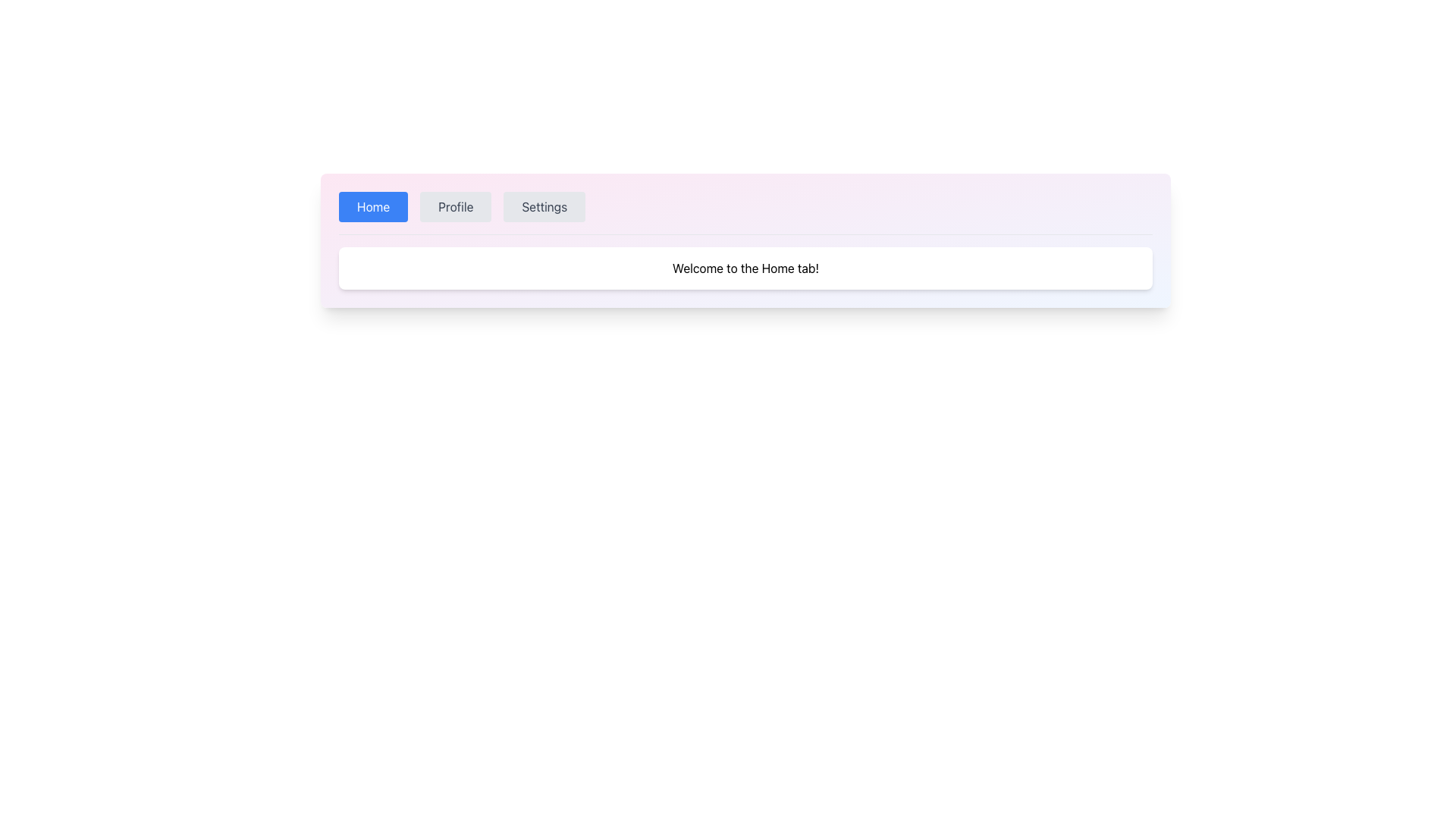 This screenshot has height=819, width=1456. What do you see at coordinates (544, 207) in the screenshot?
I see `the settings navigation button located at the far right of the top section of the interface for accessibility navigation` at bounding box center [544, 207].